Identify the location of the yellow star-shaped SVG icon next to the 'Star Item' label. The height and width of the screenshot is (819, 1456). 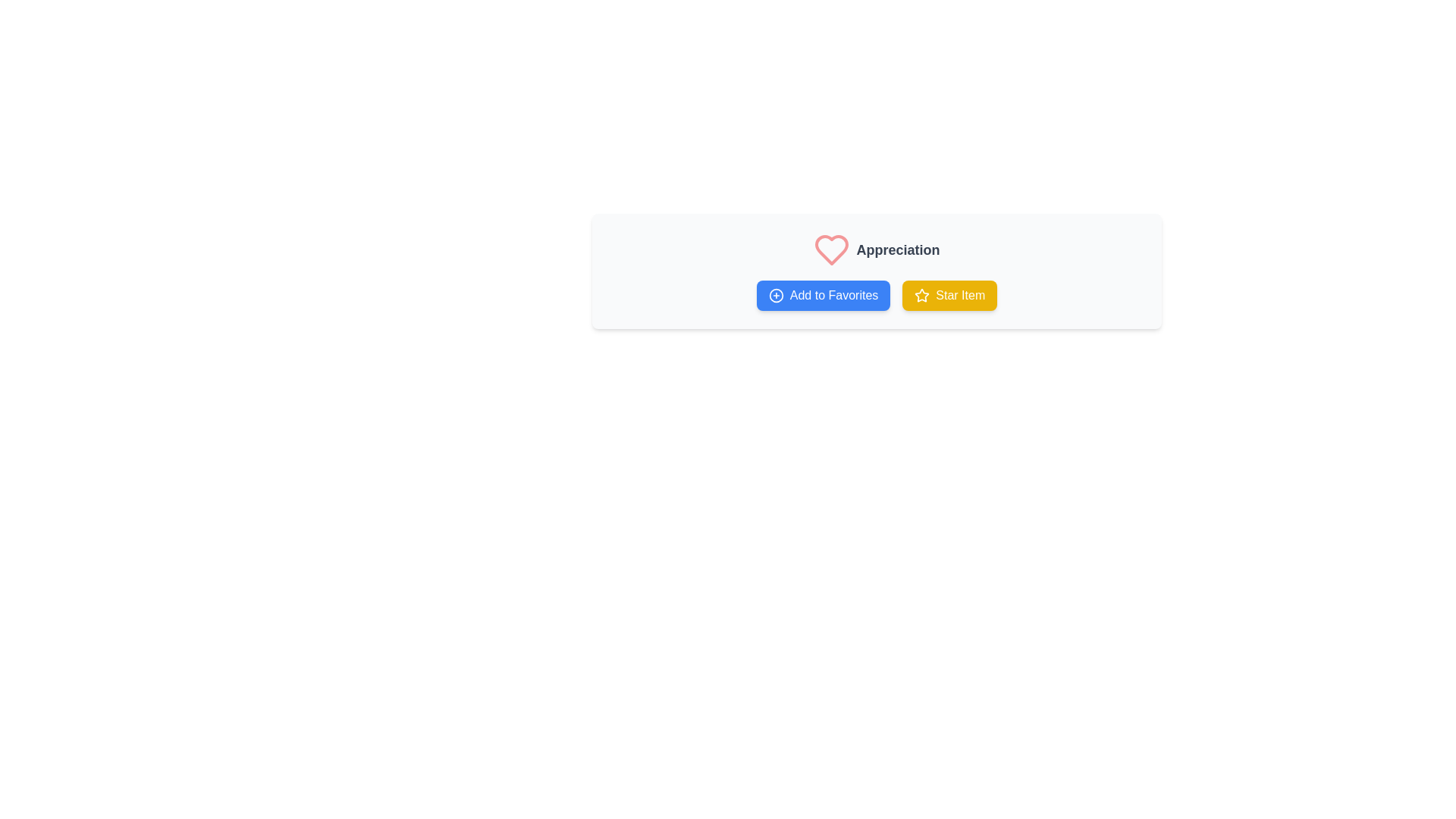
(921, 295).